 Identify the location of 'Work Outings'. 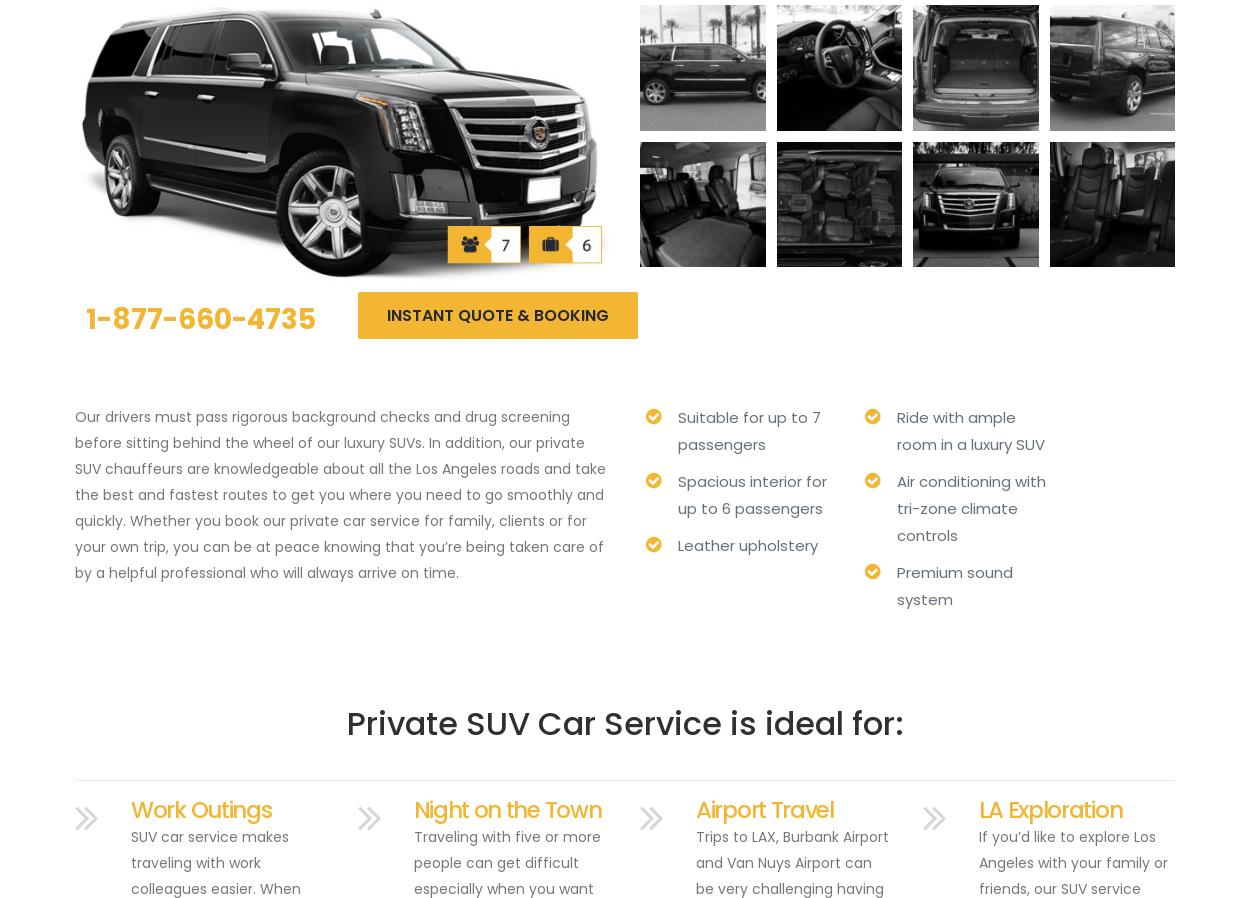
(131, 809).